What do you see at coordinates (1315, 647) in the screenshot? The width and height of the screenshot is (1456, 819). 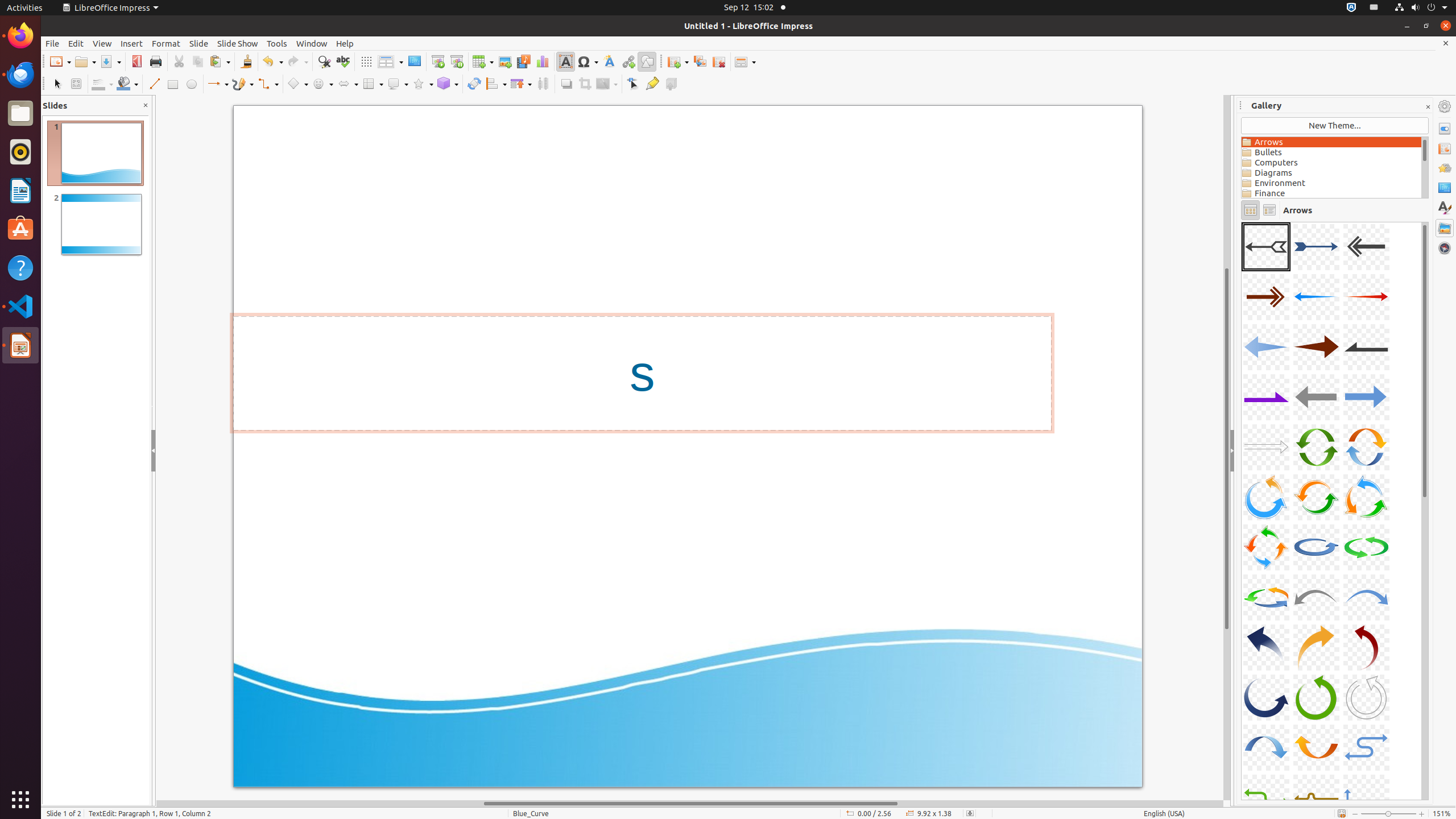 I see `'A26-CurvedArrow-Orange'` at bounding box center [1315, 647].